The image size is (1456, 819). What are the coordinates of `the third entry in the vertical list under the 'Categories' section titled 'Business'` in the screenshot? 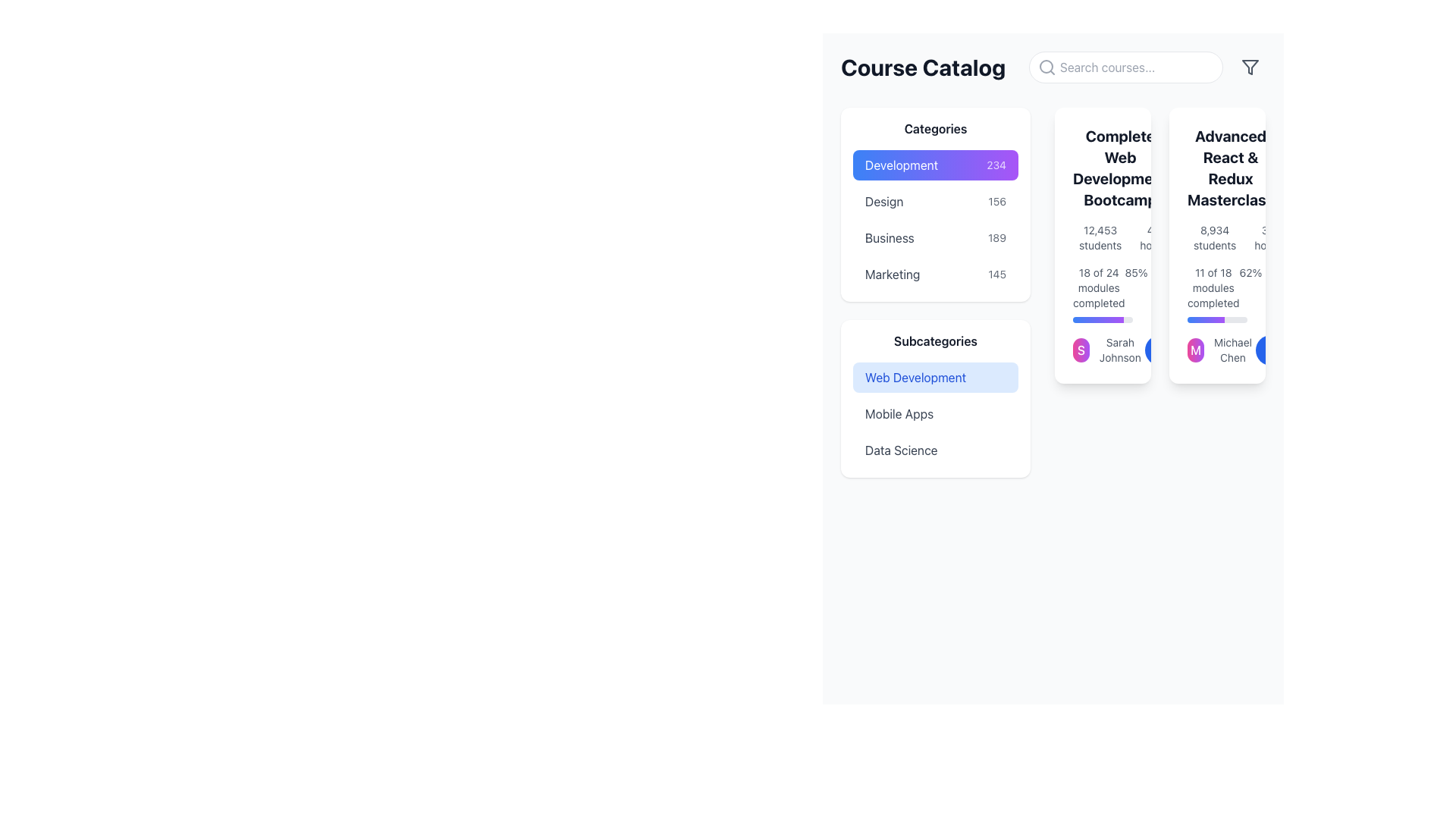 It's located at (934, 237).